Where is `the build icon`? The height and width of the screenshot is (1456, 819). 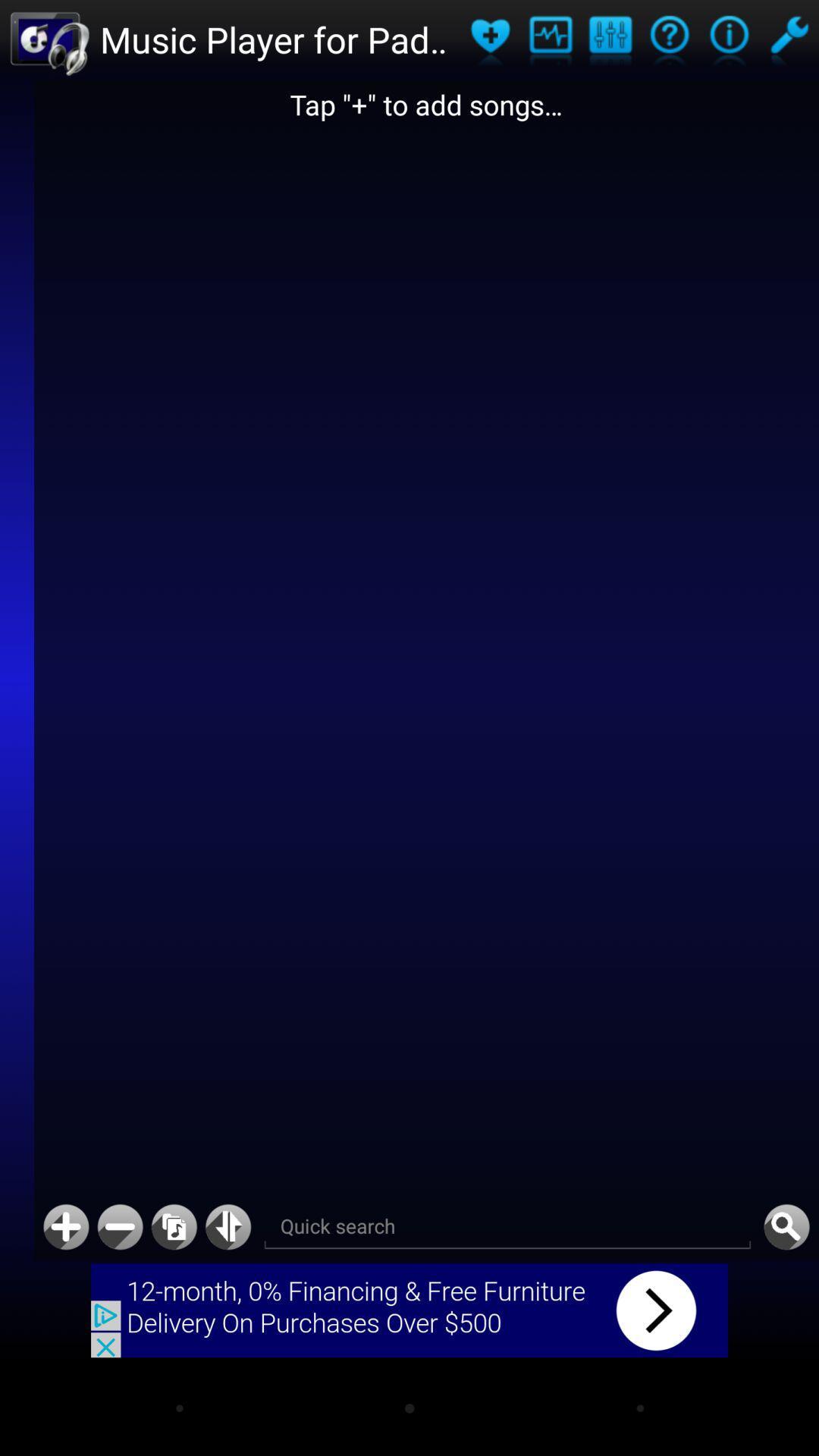
the build icon is located at coordinates (788, 42).